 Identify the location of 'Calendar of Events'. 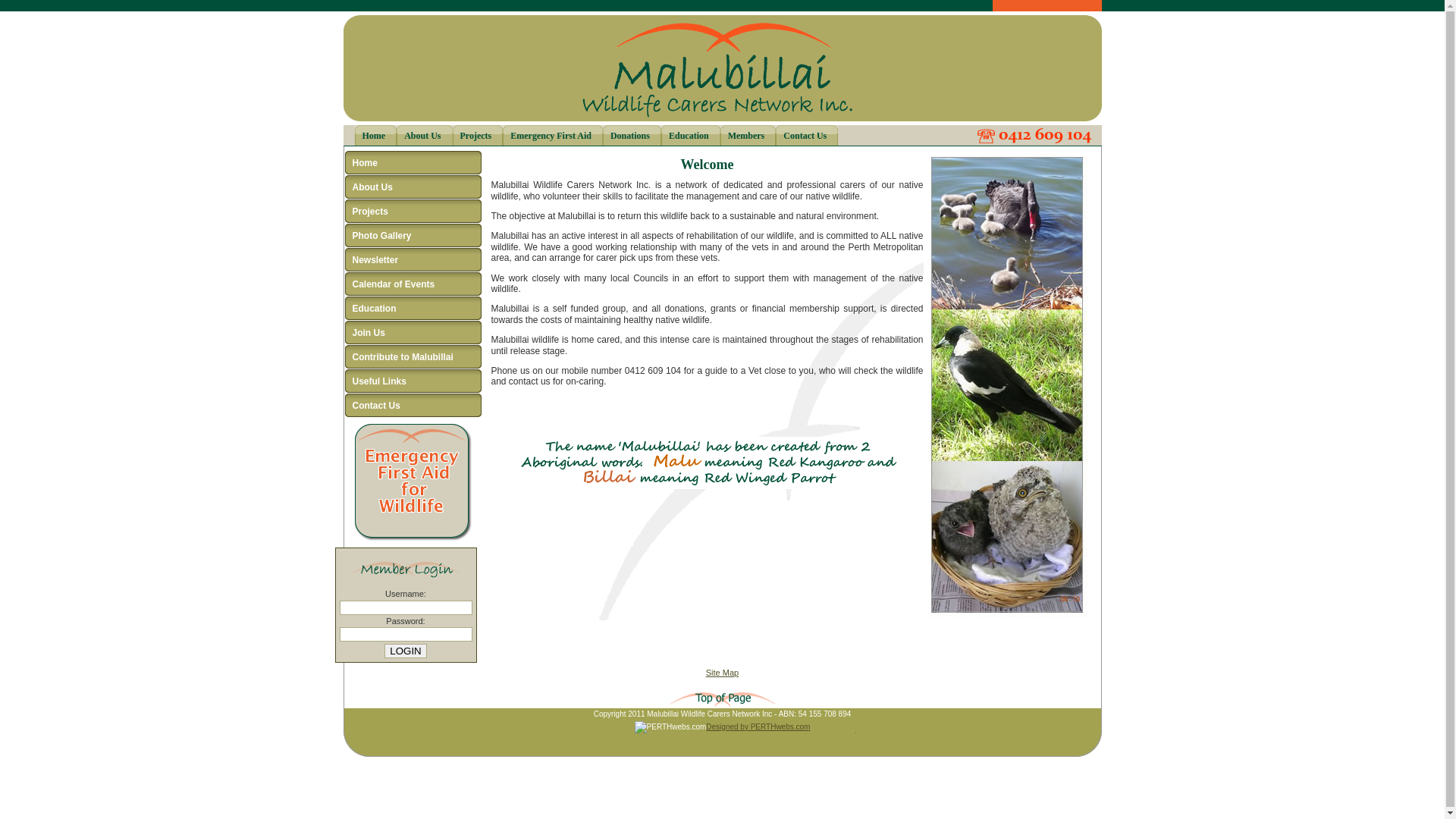
(412, 284).